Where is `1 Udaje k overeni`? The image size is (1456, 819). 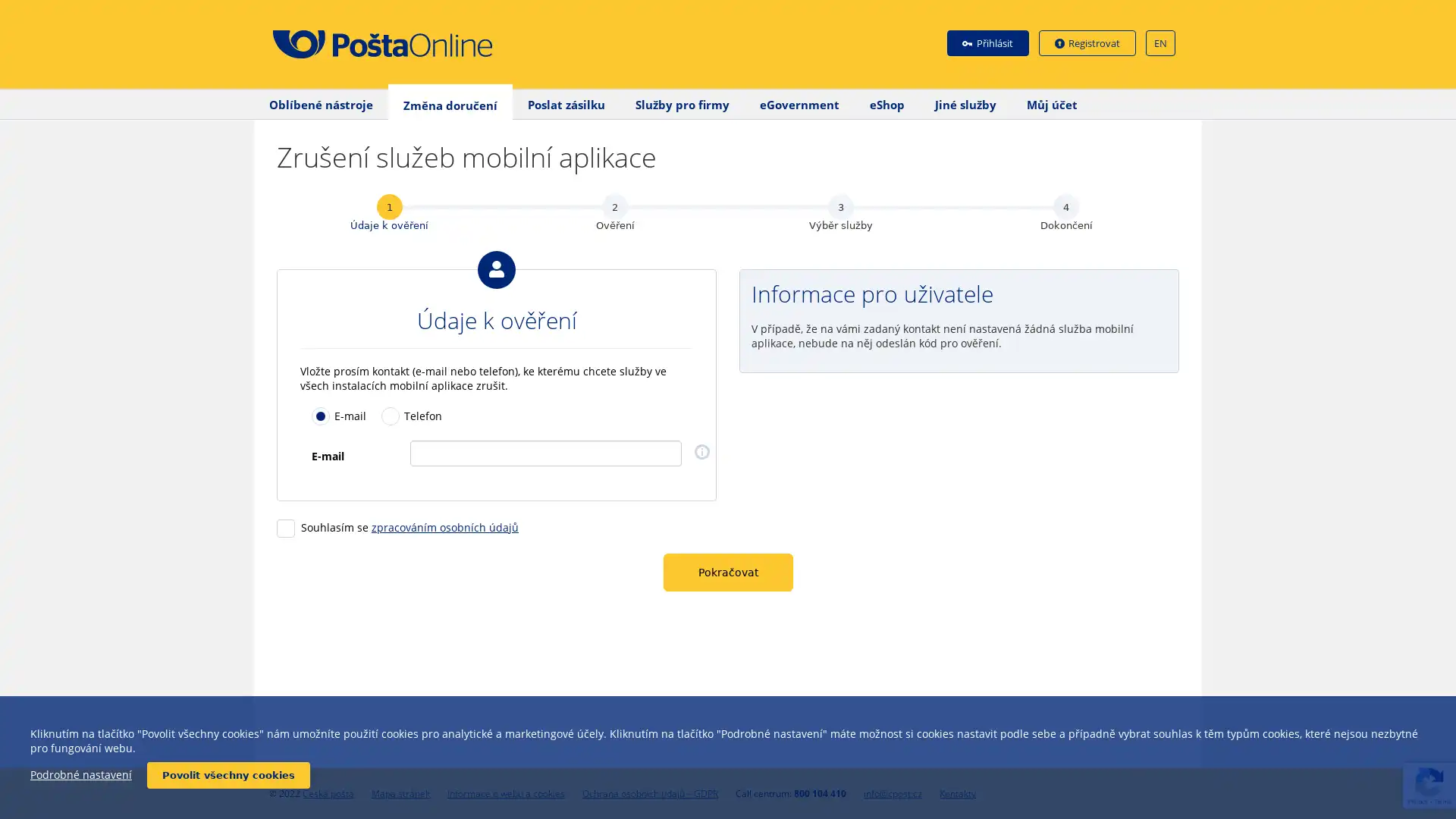 1 Udaje k overeni is located at coordinates (389, 212).